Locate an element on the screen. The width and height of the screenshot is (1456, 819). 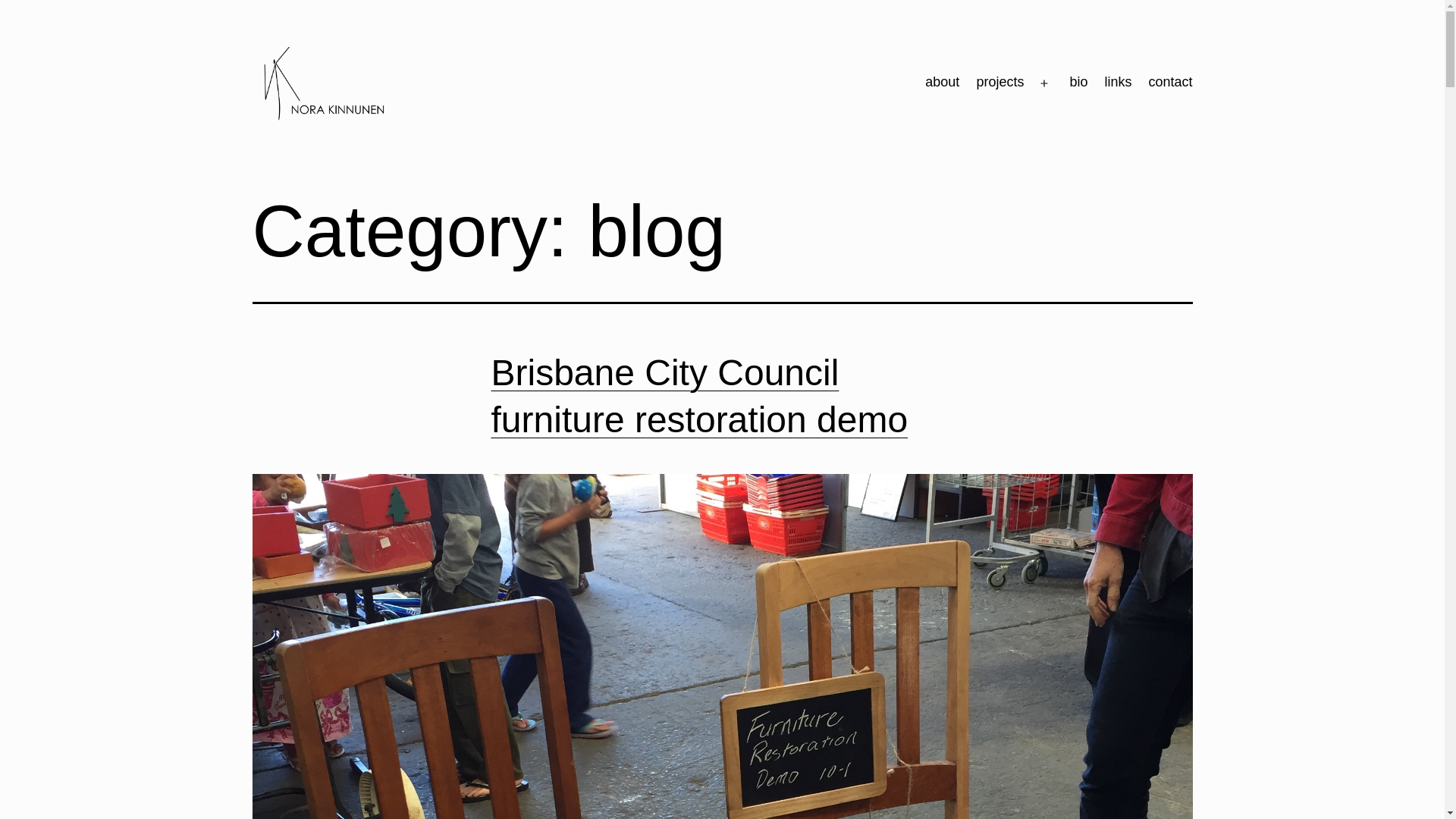
'contact' is located at coordinates (1169, 83).